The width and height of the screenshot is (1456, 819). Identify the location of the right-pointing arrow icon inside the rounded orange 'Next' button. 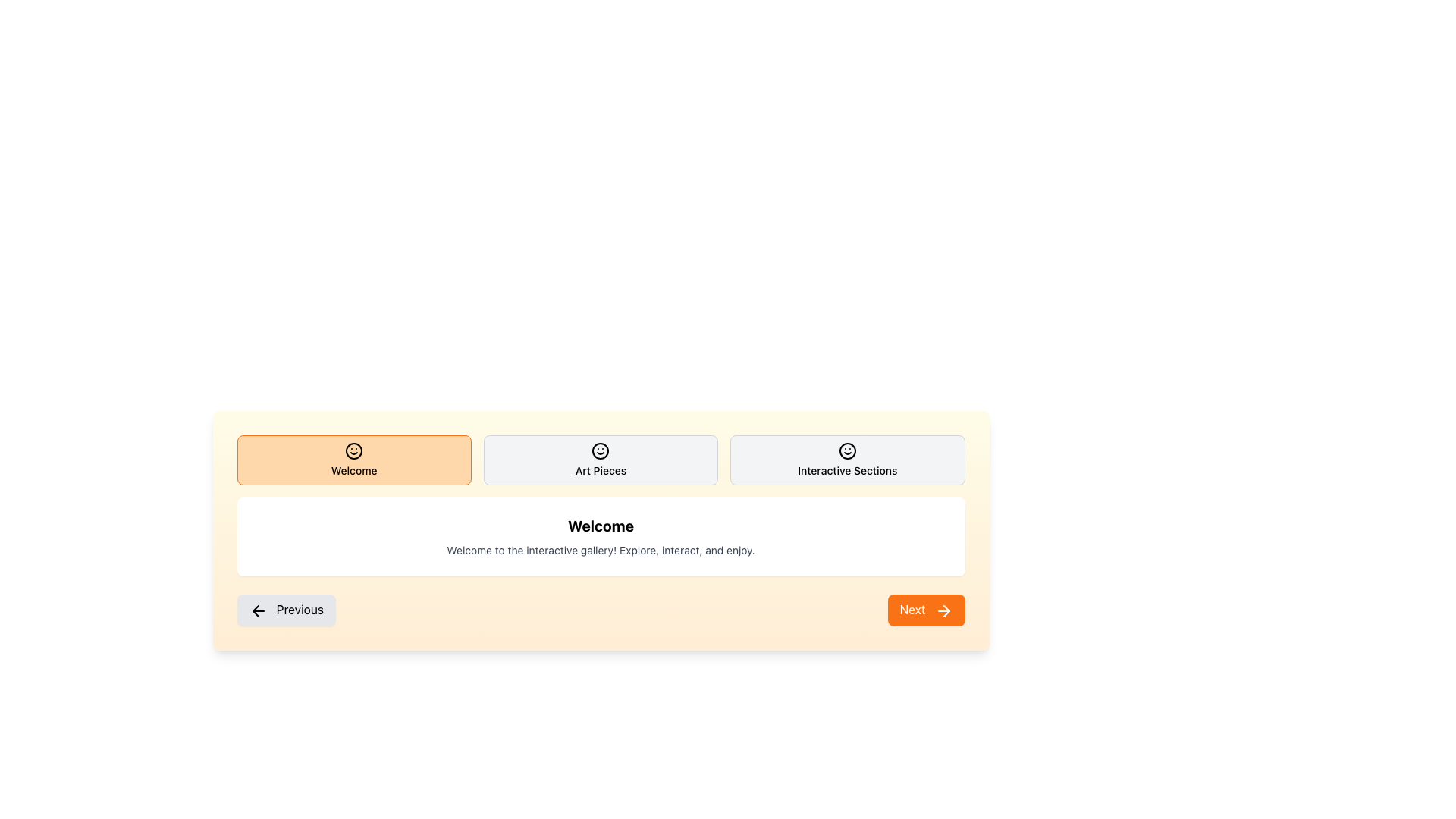
(943, 610).